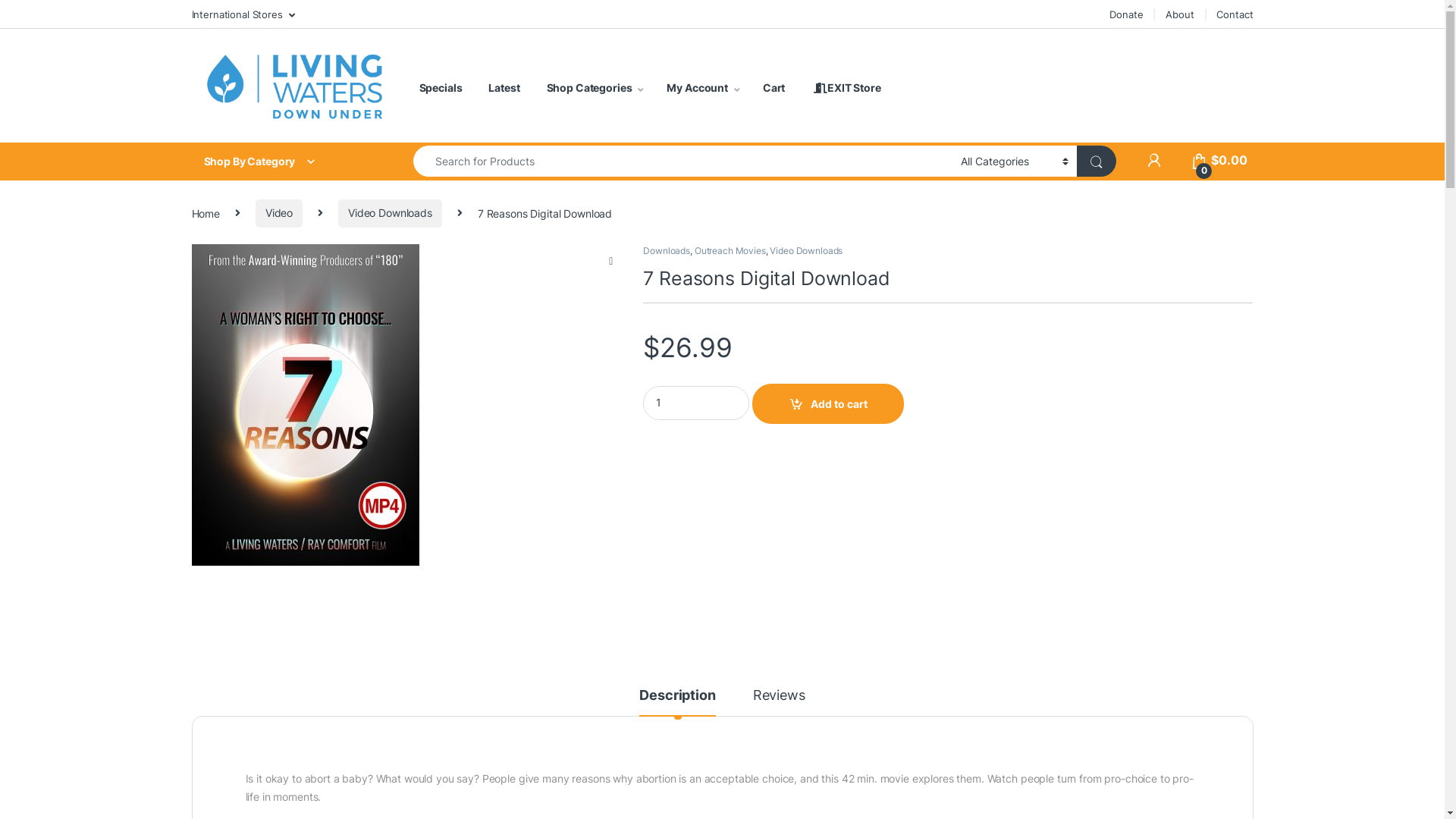  What do you see at coordinates (695, 402) in the screenshot?
I see `'Qty'` at bounding box center [695, 402].